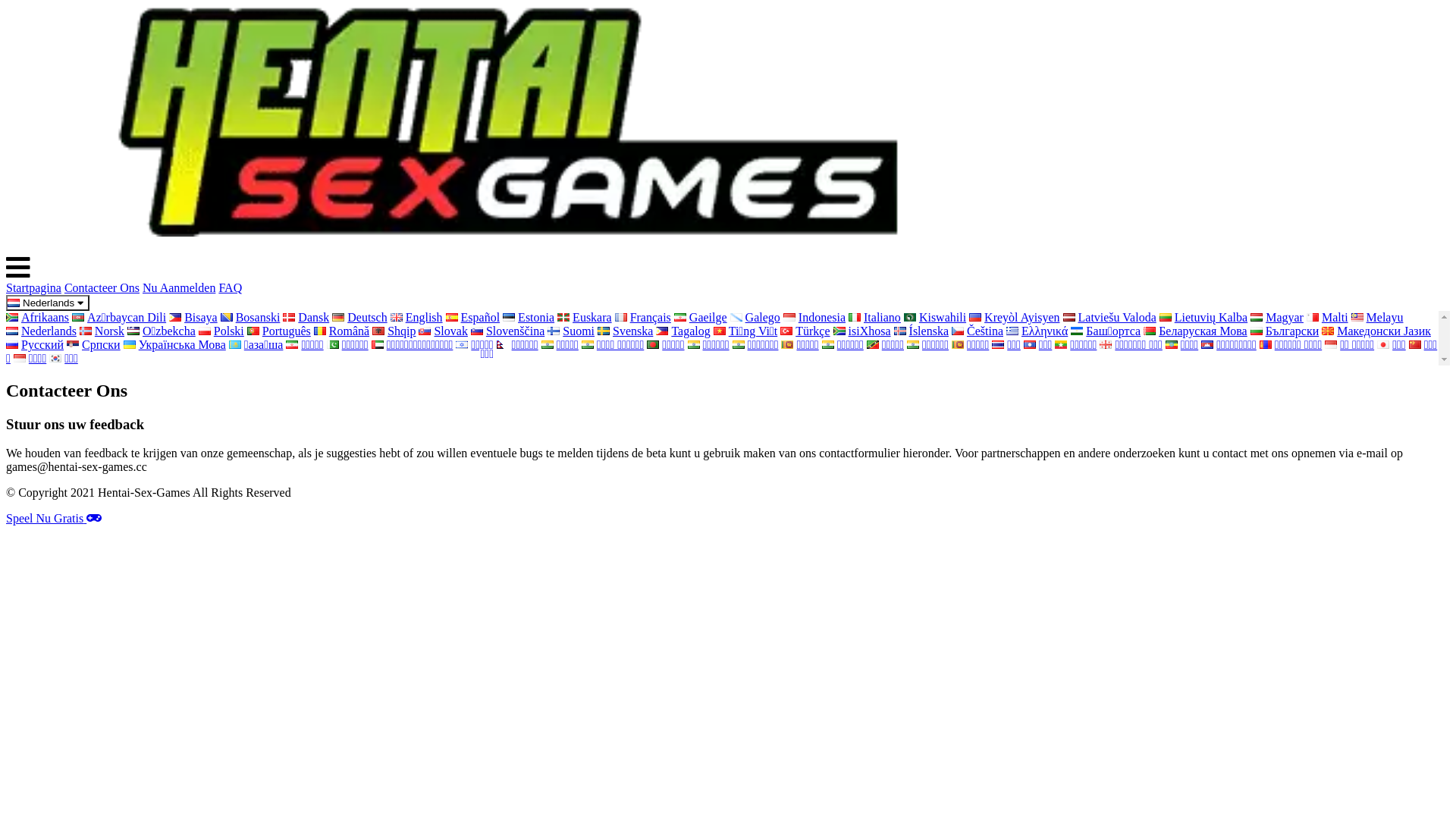 This screenshot has height=819, width=1456. What do you see at coordinates (570, 330) in the screenshot?
I see `'Suomi'` at bounding box center [570, 330].